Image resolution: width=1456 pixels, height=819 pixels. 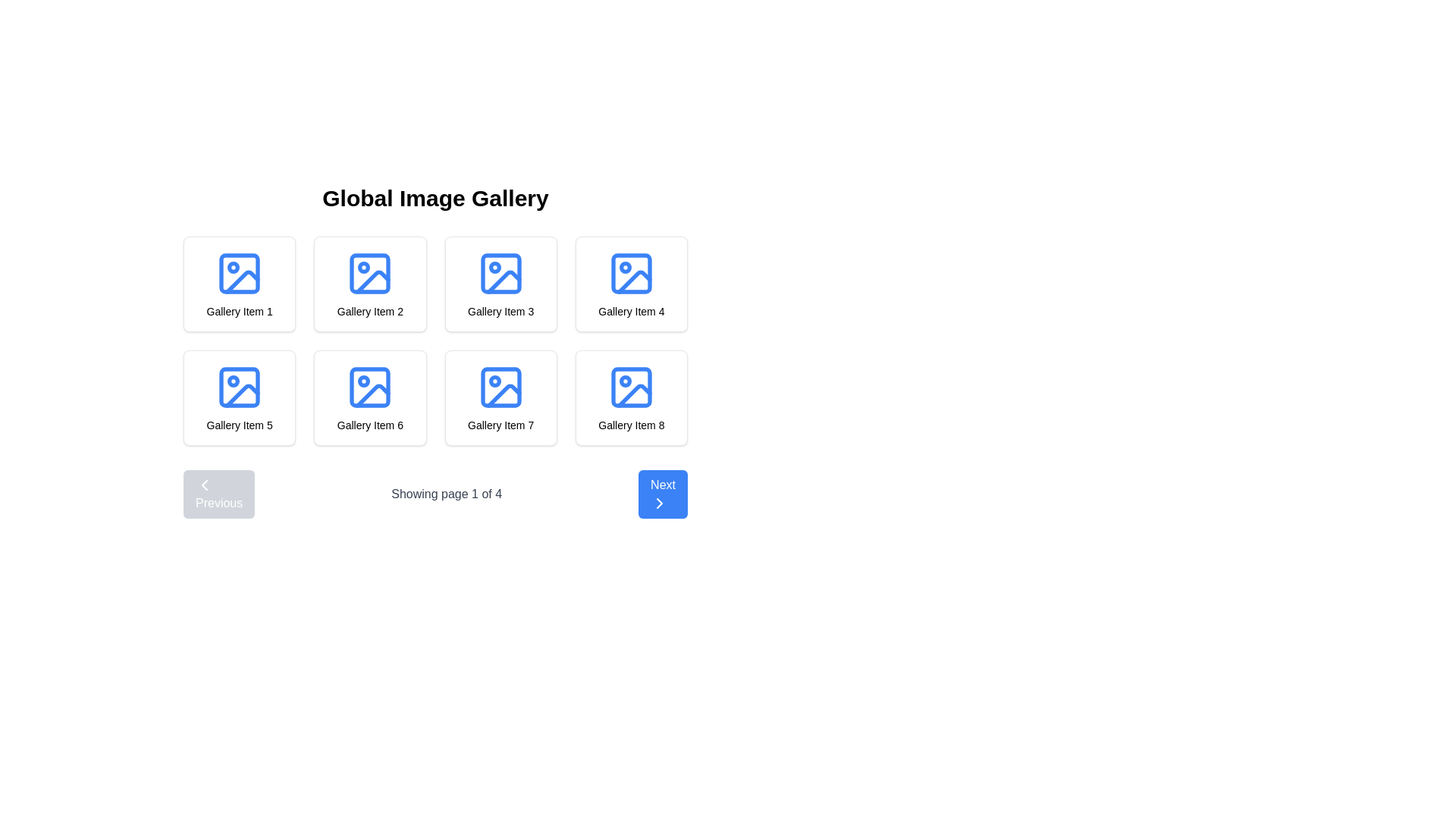 What do you see at coordinates (364, 267) in the screenshot?
I see `the circular decorative element within the SVG representation of 'Gallery Item 2', located at the top-left corner of the icon` at bounding box center [364, 267].